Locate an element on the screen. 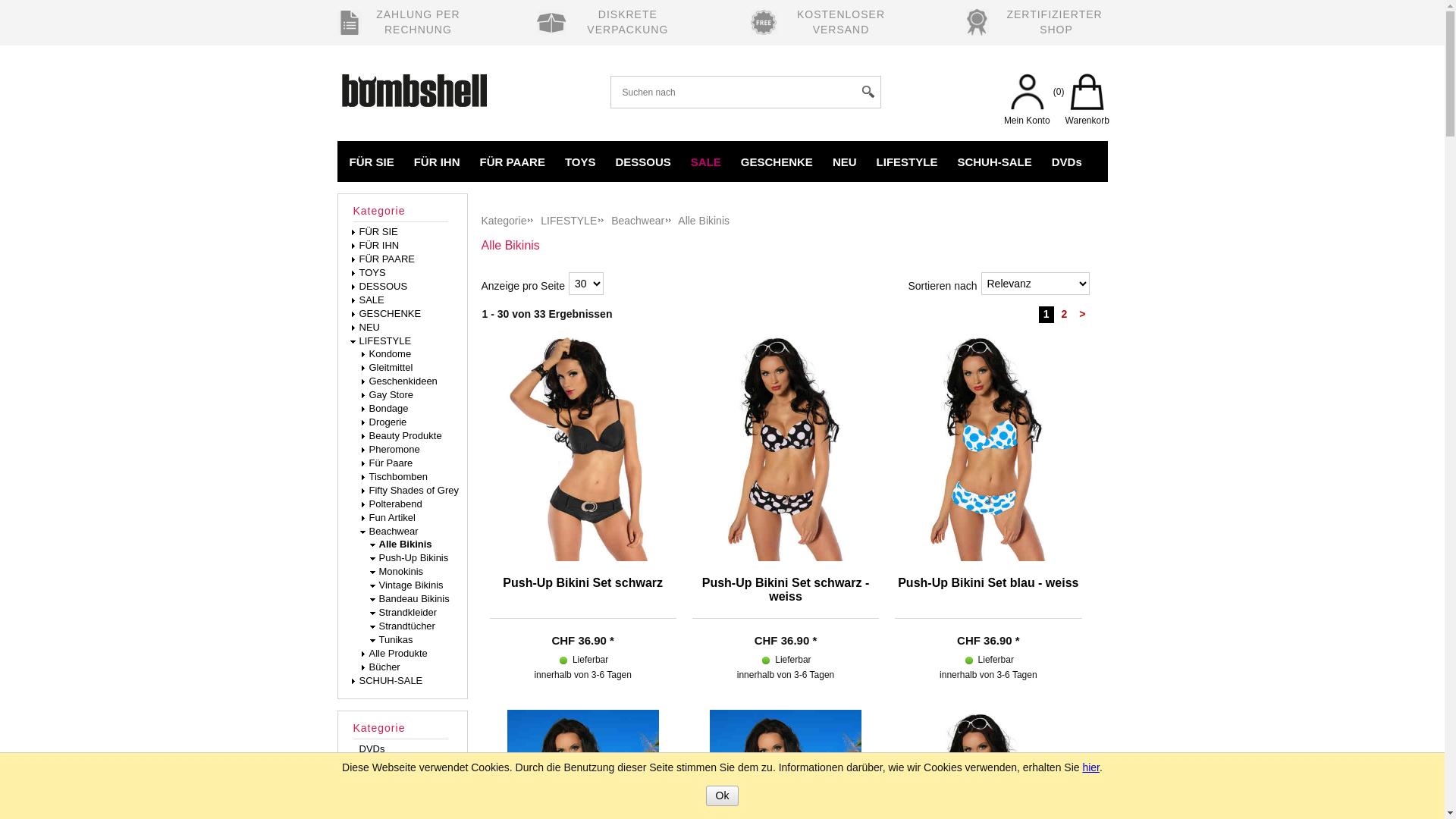 The width and height of the screenshot is (1456, 819). ' Beauty Produkte' is located at coordinates (405, 435).